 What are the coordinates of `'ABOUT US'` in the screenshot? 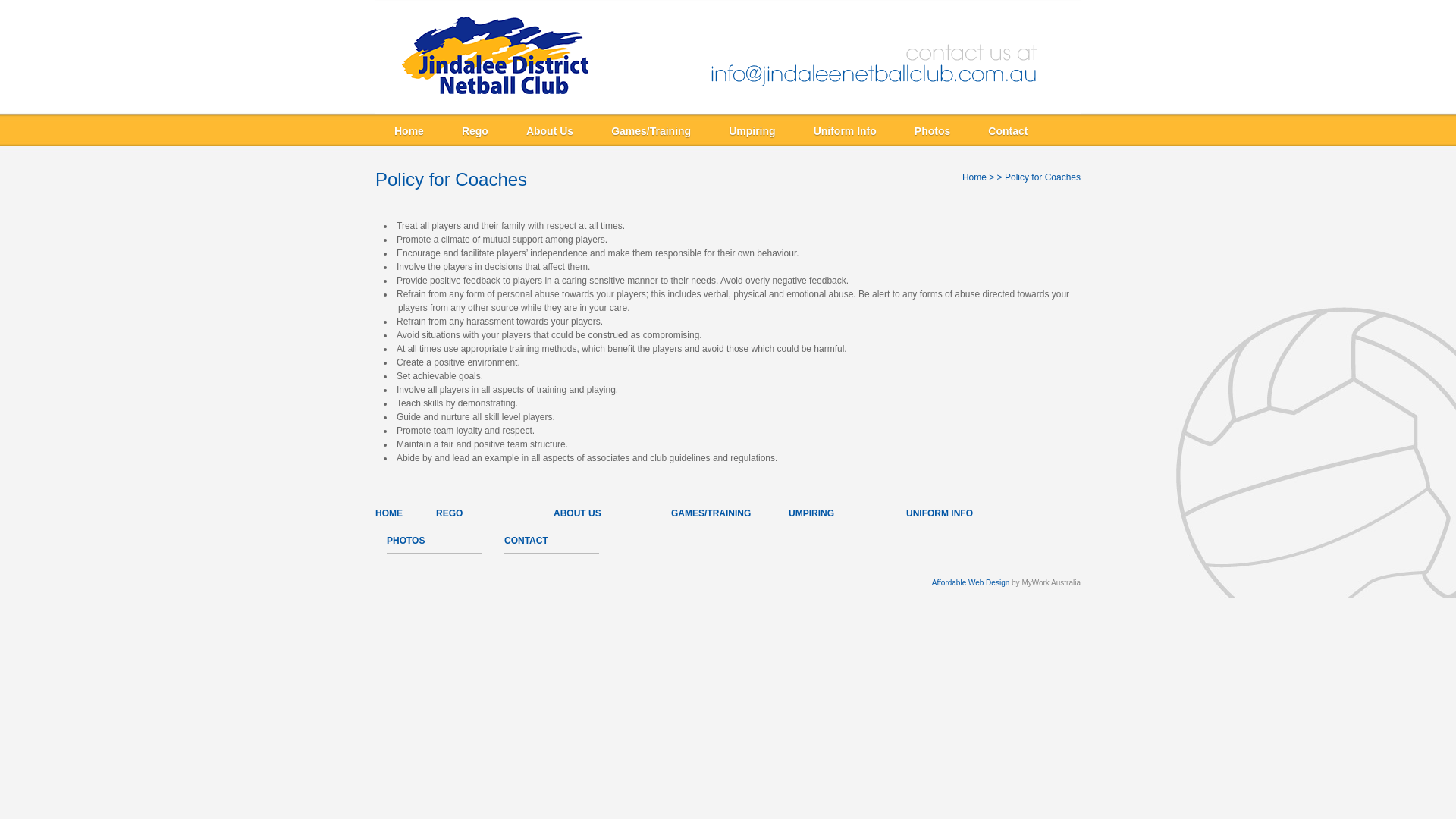 It's located at (576, 513).